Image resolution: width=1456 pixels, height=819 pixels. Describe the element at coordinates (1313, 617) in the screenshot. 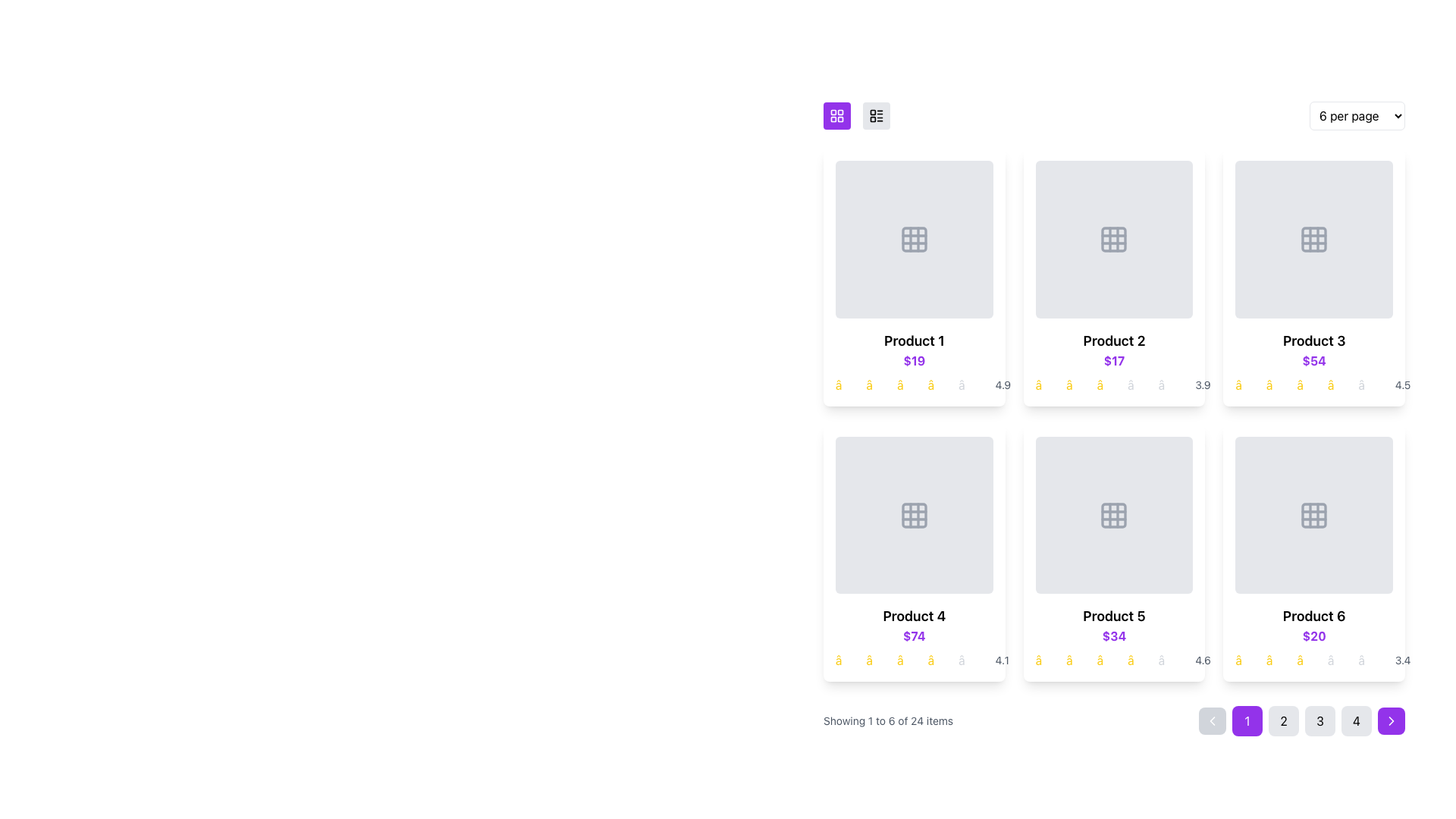

I see `the text label element that displays 'Product 6', which is styled in bold and larger font, located at the top of the sixth product display card in the bottom-right position of the grid layout` at that location.